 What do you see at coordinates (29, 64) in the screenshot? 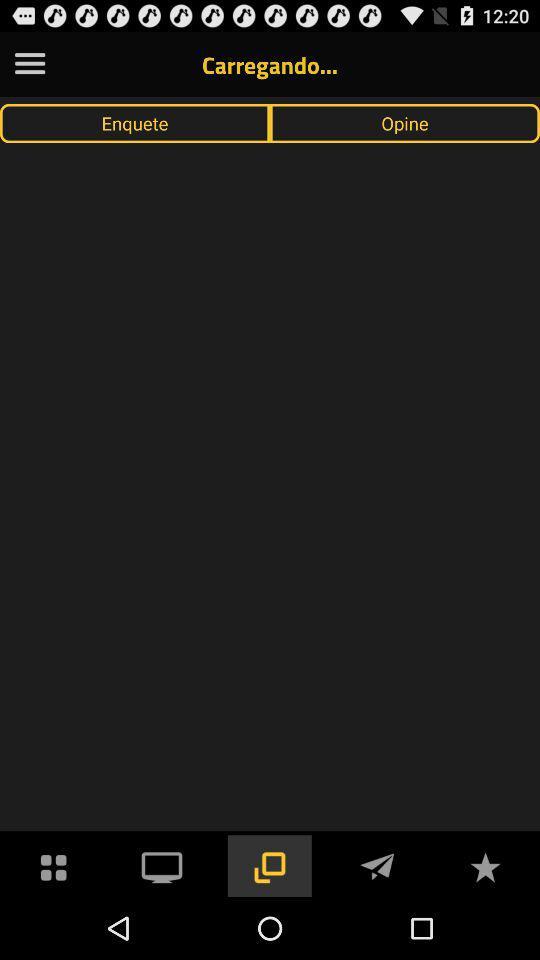
I see `the app to the left of carregando... item` at bounding box center [29, 64].